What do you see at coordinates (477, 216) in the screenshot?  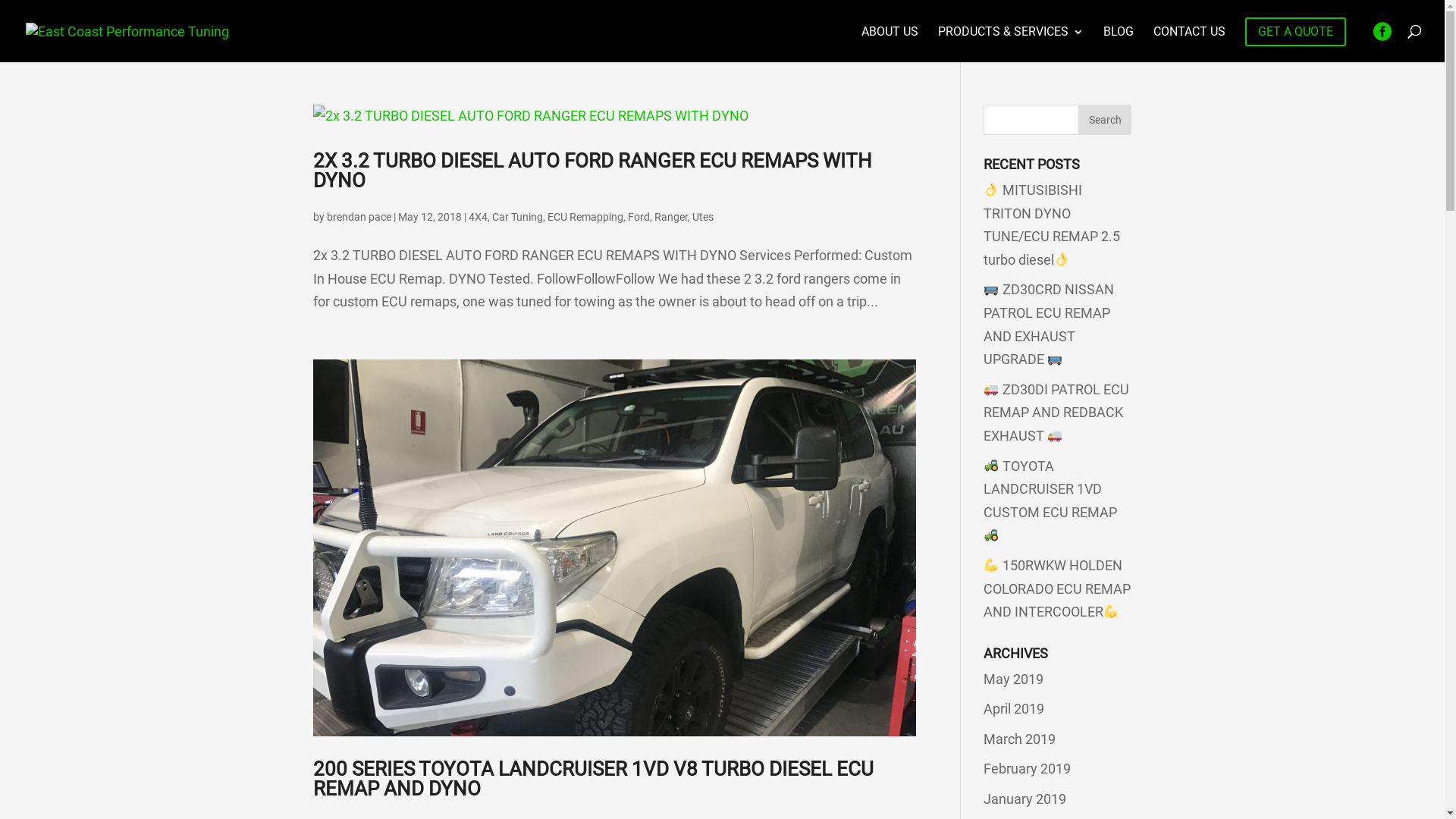 I see `'4X4'` at bounding box center [477, 216].